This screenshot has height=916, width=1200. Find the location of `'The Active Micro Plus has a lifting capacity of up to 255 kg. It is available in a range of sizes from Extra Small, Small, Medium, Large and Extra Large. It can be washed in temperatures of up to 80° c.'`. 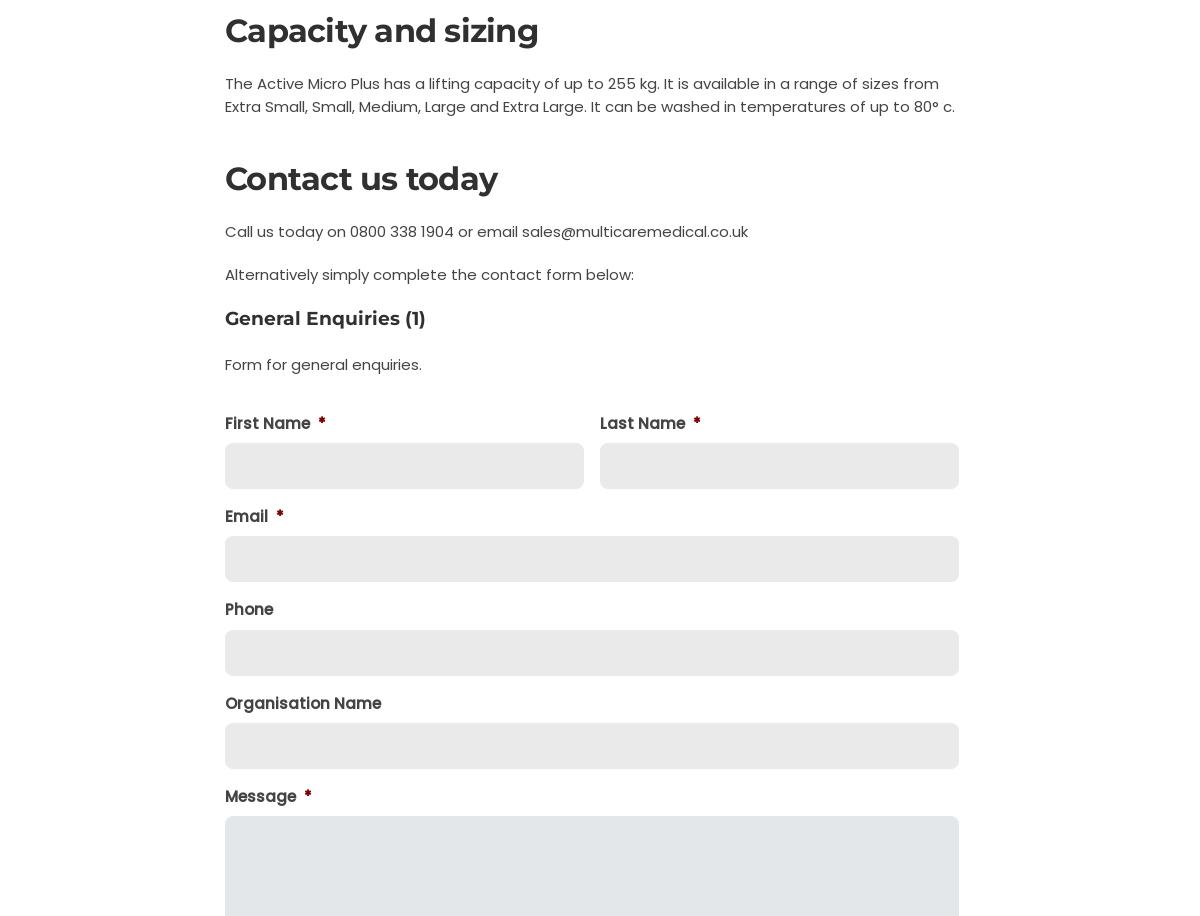

'The Active Micro Plus has a lifting capacity of up to 255 kg. It is available in a range of sizes from Extra Small, Small, Medium, Large and Extra Large. It can be washed in temperatures of up to 80° c.' is located at coordinates (224, 93).